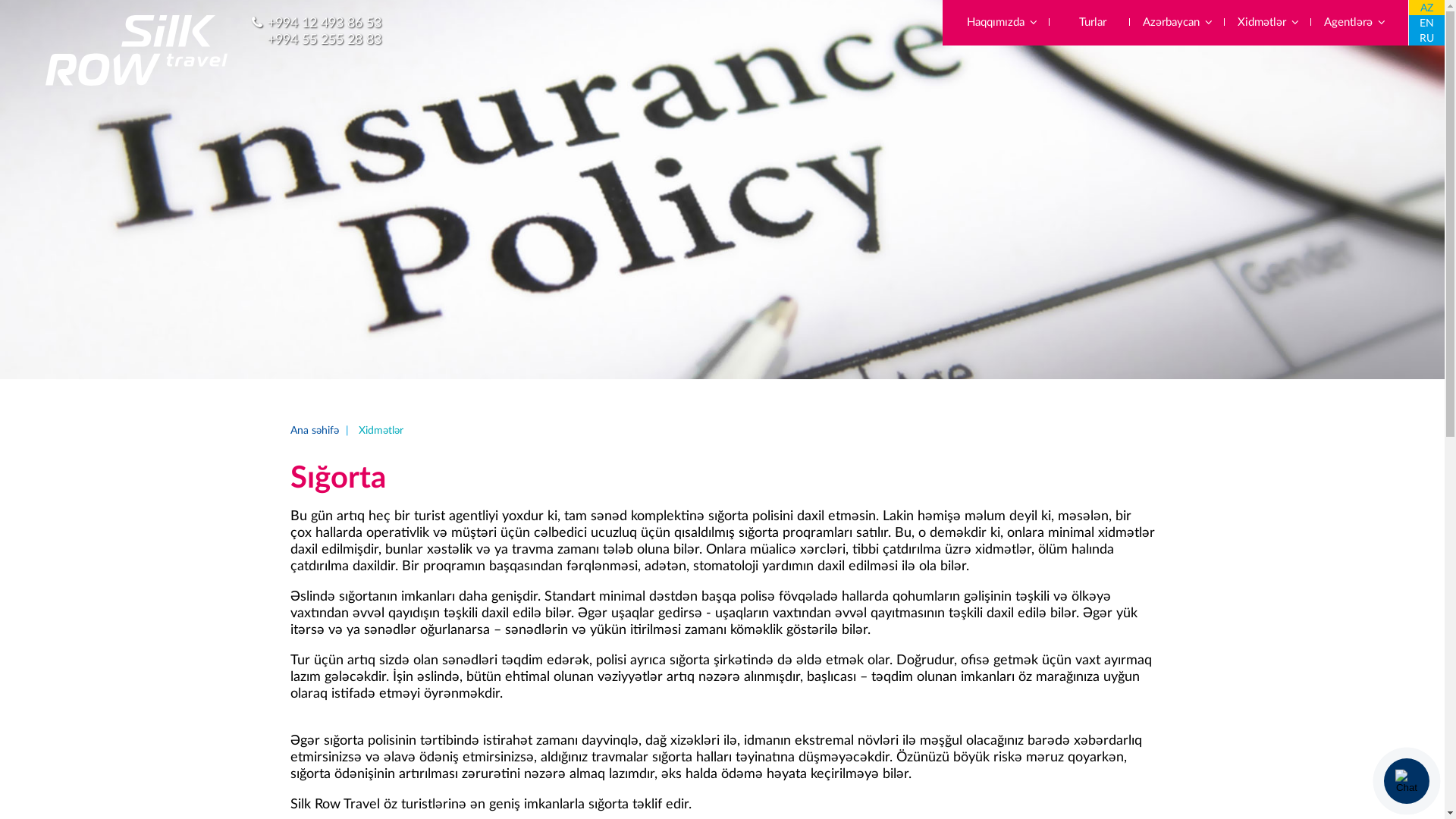 This screenshot has height=819, width=1456. I want to click on '+994 55 255 28 83', so click(323, 39).